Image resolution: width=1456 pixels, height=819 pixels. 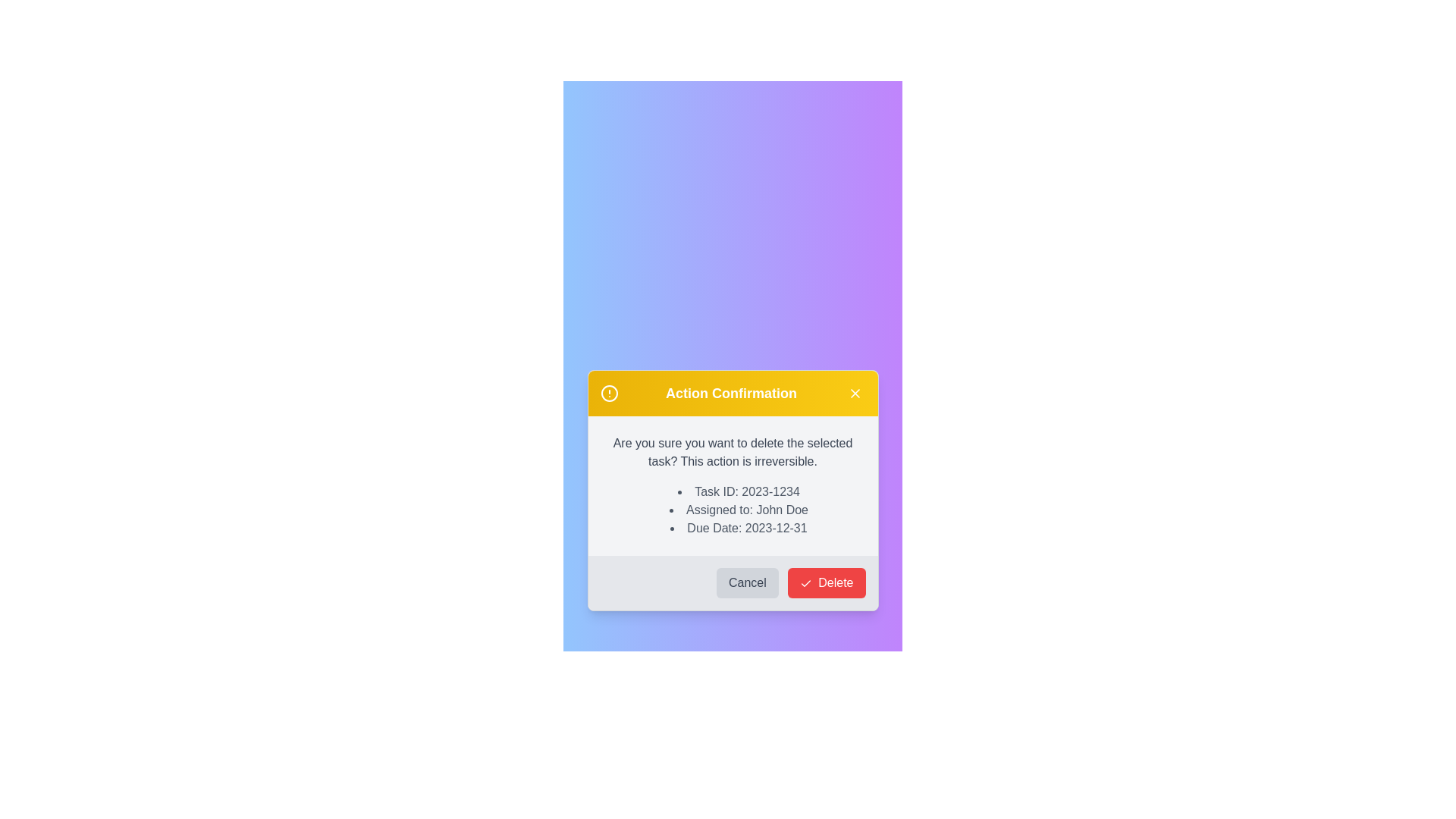 What do you see at coordinates (855, 393) in the screenshot?
I see `the small interactive button with a white 'X' icon located at the top-right corner of the yellow header bar in the confirmation dialog` at bounding box center [855, 393].